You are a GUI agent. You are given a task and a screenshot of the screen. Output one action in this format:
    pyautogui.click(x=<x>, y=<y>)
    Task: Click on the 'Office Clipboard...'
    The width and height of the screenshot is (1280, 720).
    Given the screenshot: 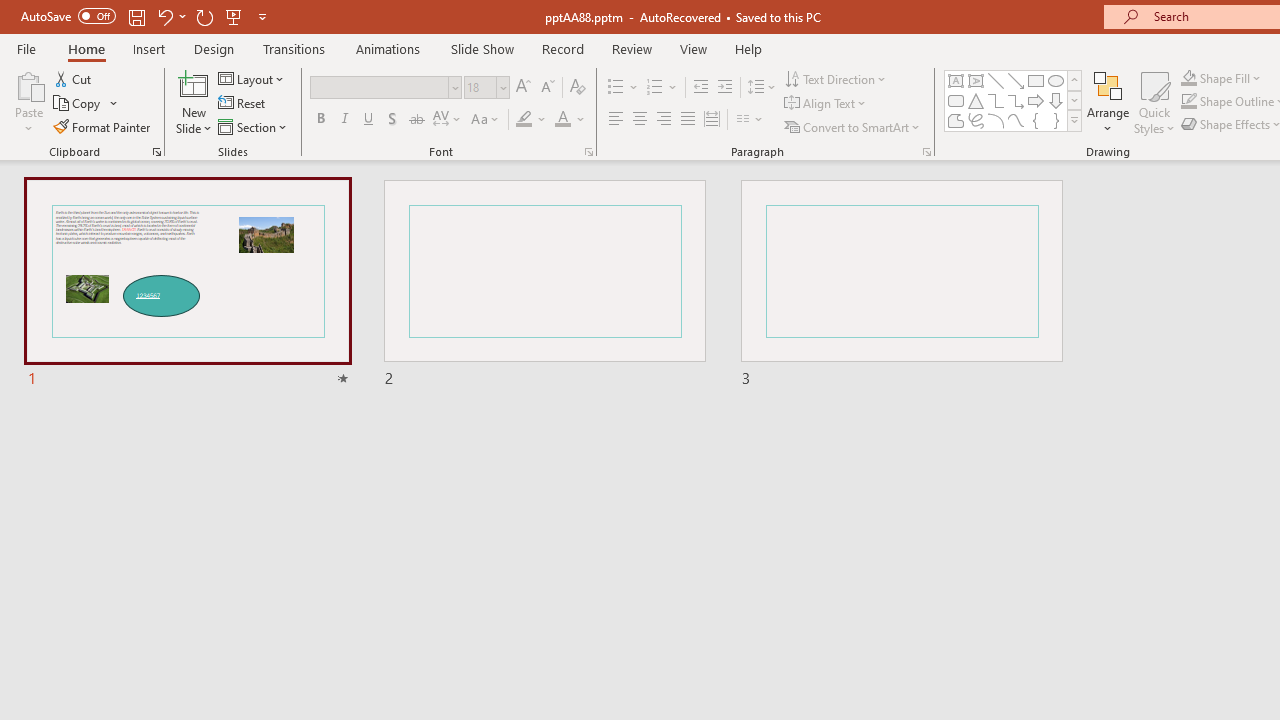 What is the action you would take?
    pyautogui.click(x=155, y=150)
    